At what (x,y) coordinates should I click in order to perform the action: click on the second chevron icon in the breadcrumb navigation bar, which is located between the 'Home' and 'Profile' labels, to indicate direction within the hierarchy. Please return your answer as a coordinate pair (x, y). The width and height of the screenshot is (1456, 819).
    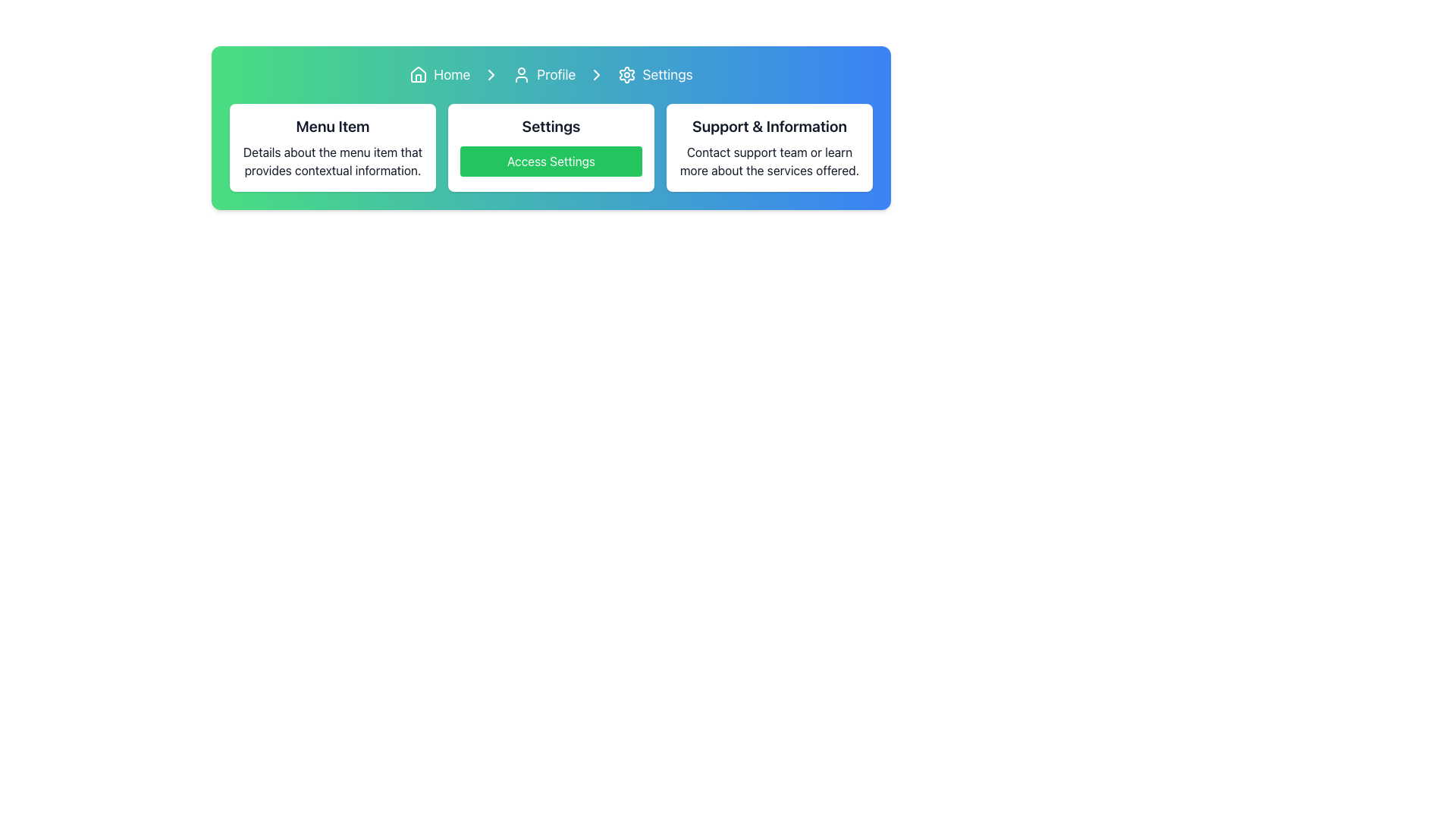
    Looking at the image, I should click on (491, 75).